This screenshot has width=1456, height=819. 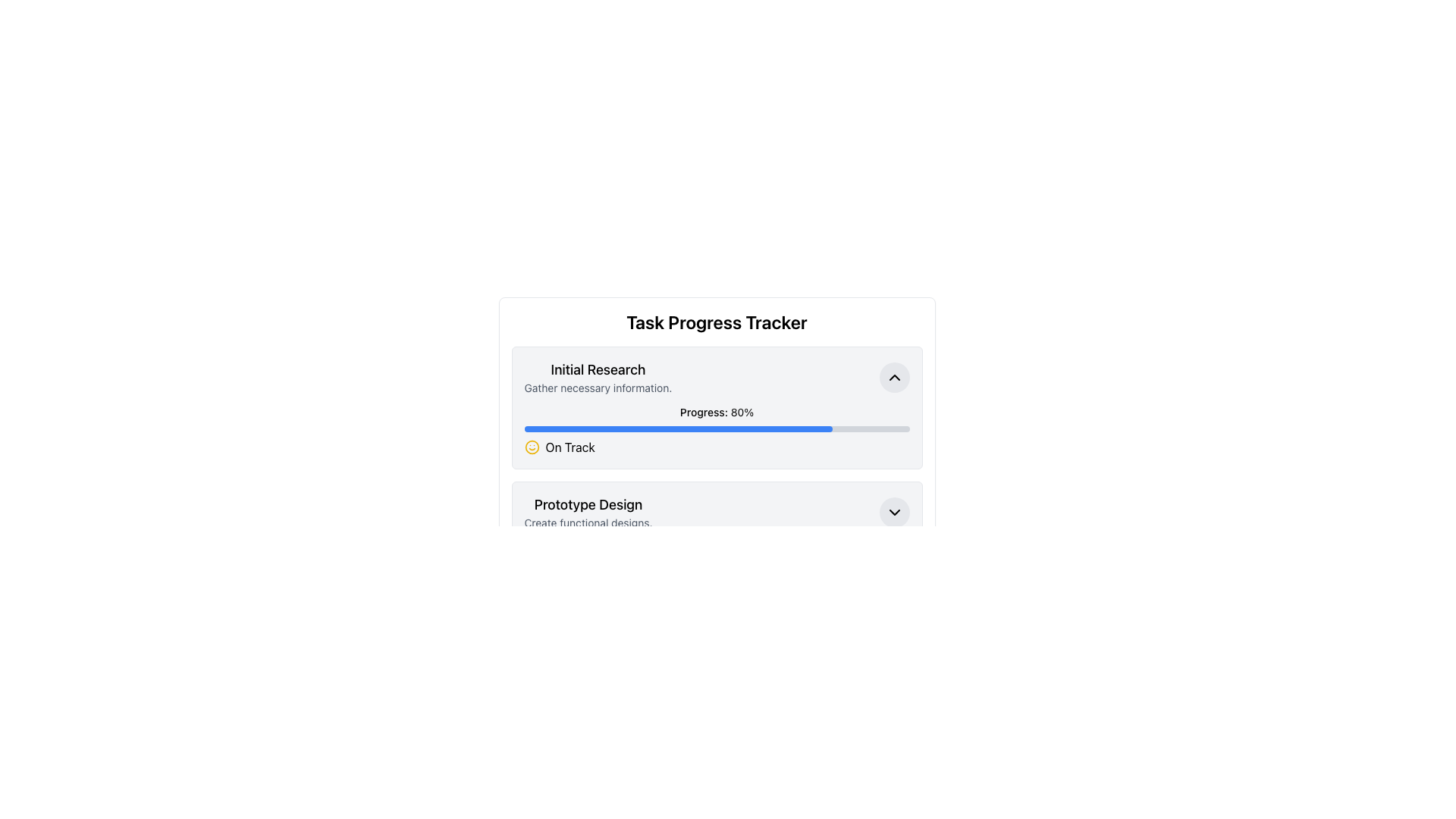 What do you see at coordinates (894, 376) in the screenshot?
I see `the circular icon with an upward chevron in the 'Initial Research' section to change its background color` at bounding box center [894, 376].